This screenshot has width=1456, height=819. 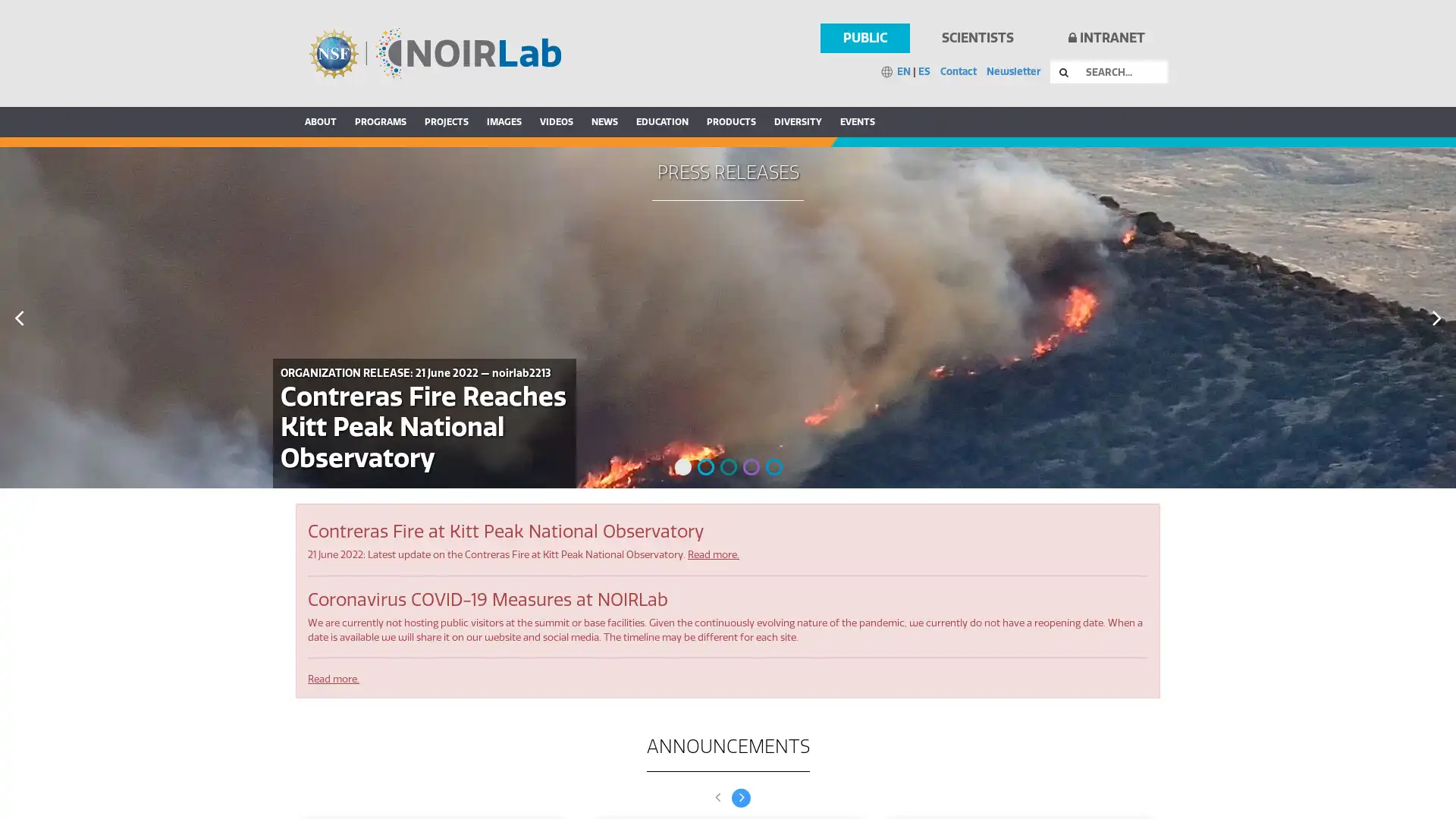 What do you see at coordinates (1106, 37) in the screenshot?
I see `INTRANET` at bounding box center [1106, 37].